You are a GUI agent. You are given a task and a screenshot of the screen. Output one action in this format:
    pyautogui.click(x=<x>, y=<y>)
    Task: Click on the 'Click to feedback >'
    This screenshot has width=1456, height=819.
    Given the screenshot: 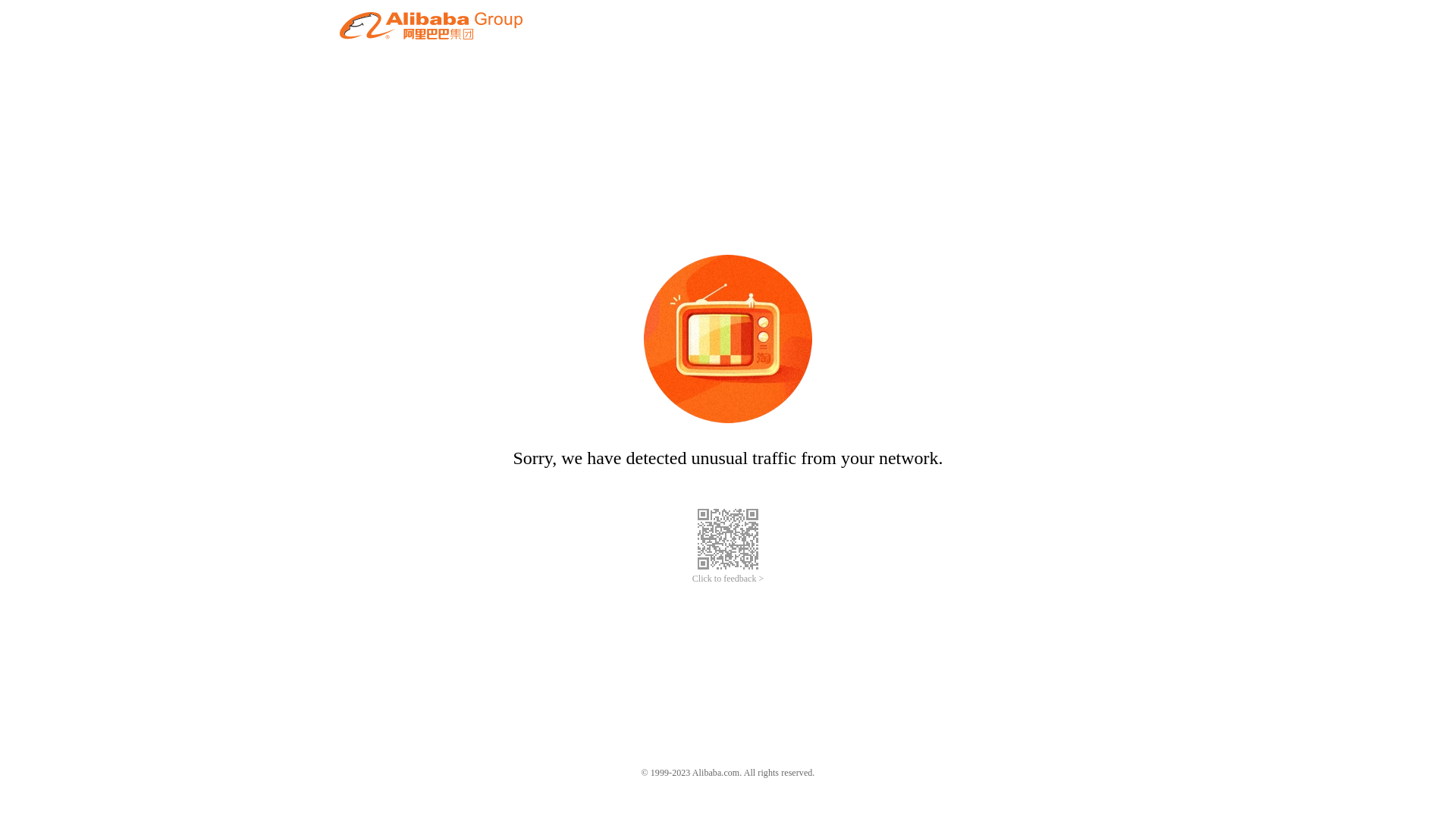 What is the action you would take?
    pyautogui.click(x=728, y=579)
    